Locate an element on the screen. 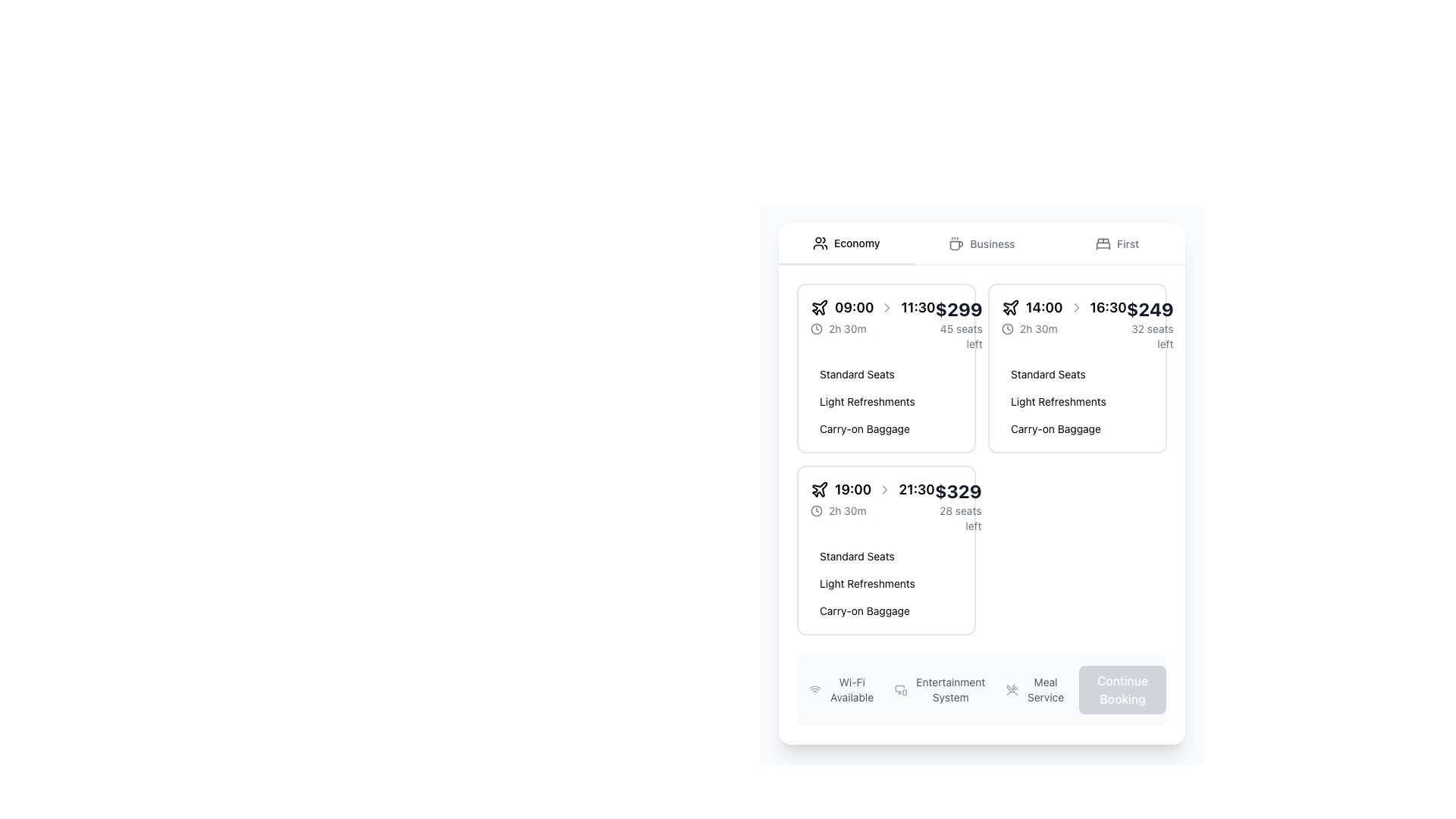 The height and width of the screenshot is (819, 1456). the outer circle of the clock icon located at the top left section inside the booking card for flights is located at coordinates (1008, 328).